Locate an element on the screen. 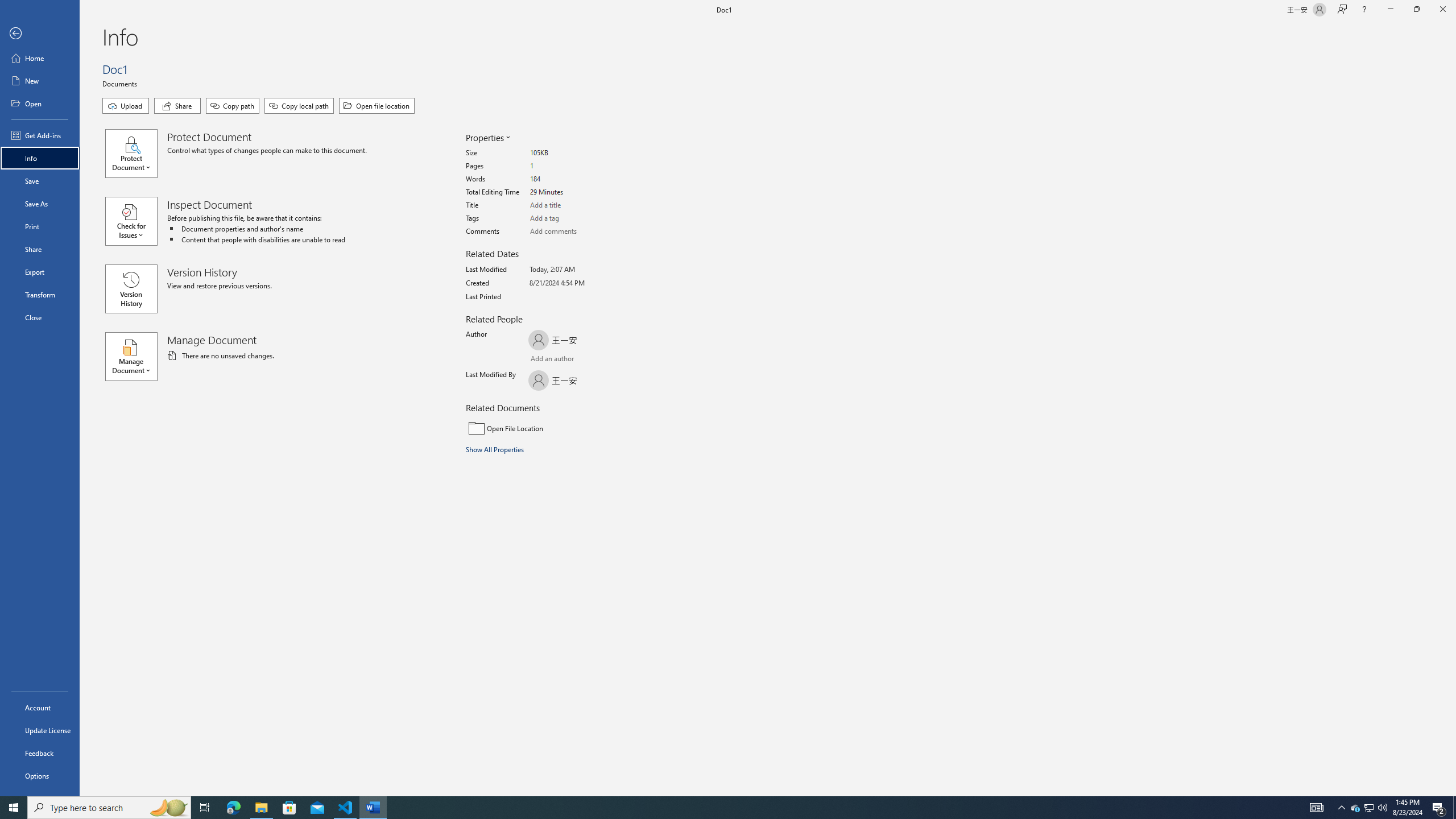  'Add an author' is located at coordinates (540, 359).